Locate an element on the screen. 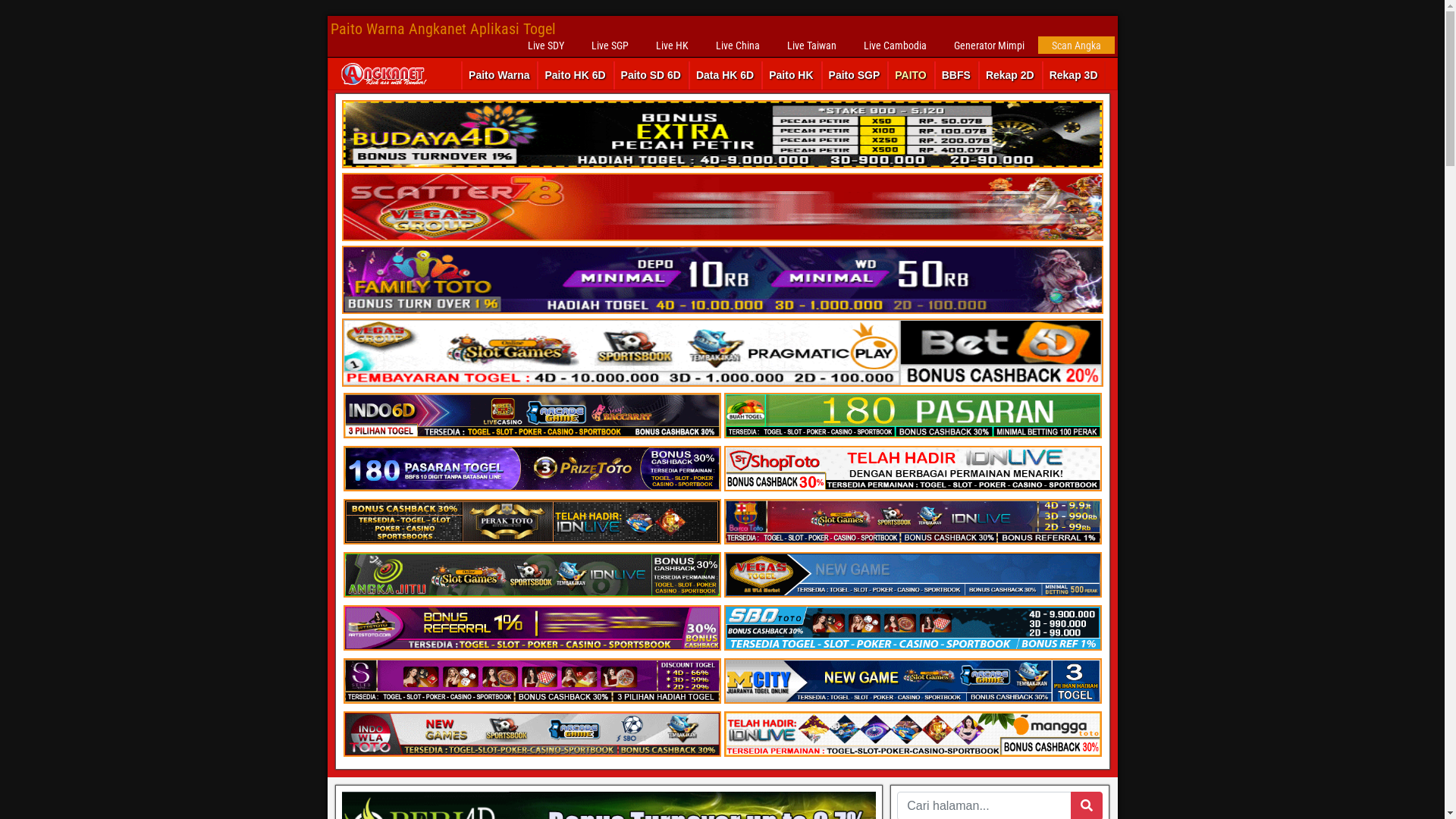 This screenshot has width=1456, height=819. 'Live China' is located at coordinates (738, 45).